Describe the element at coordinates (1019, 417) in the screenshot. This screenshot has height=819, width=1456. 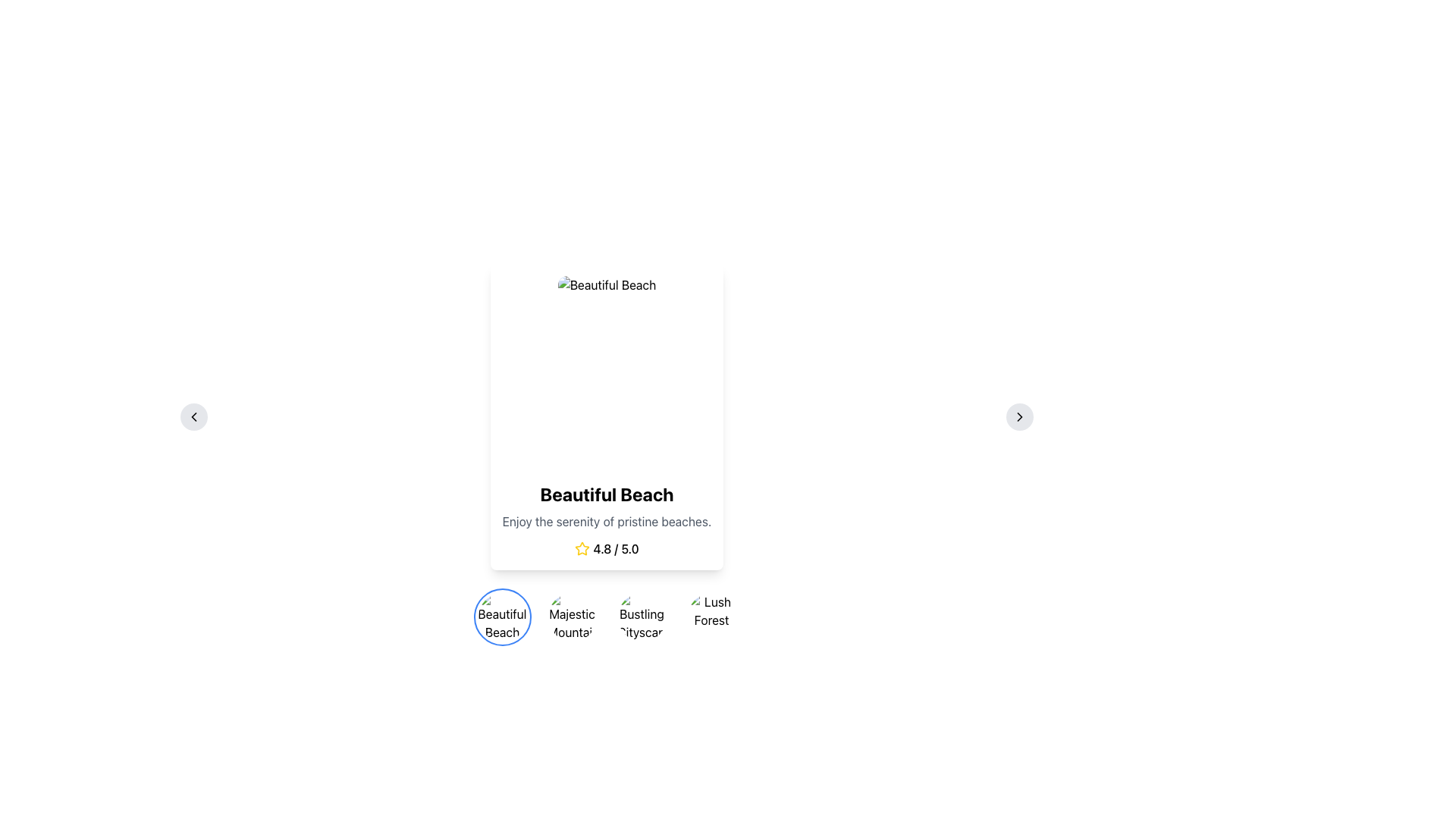
I see `the next button located at the top right corner of the card-like layout for navigation` at that location.